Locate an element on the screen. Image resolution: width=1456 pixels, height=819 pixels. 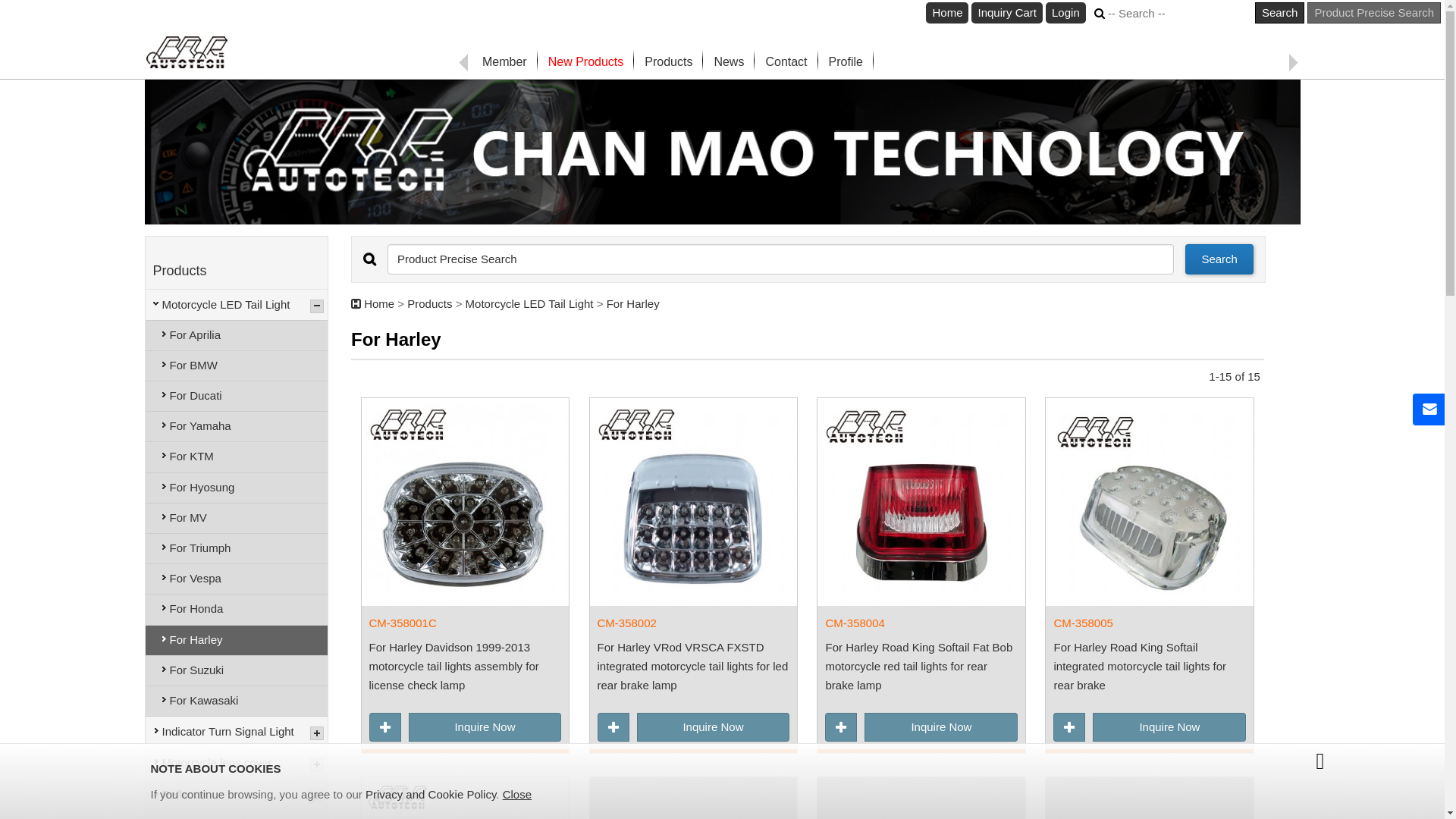
'News' is located at coordinates (728, 61).